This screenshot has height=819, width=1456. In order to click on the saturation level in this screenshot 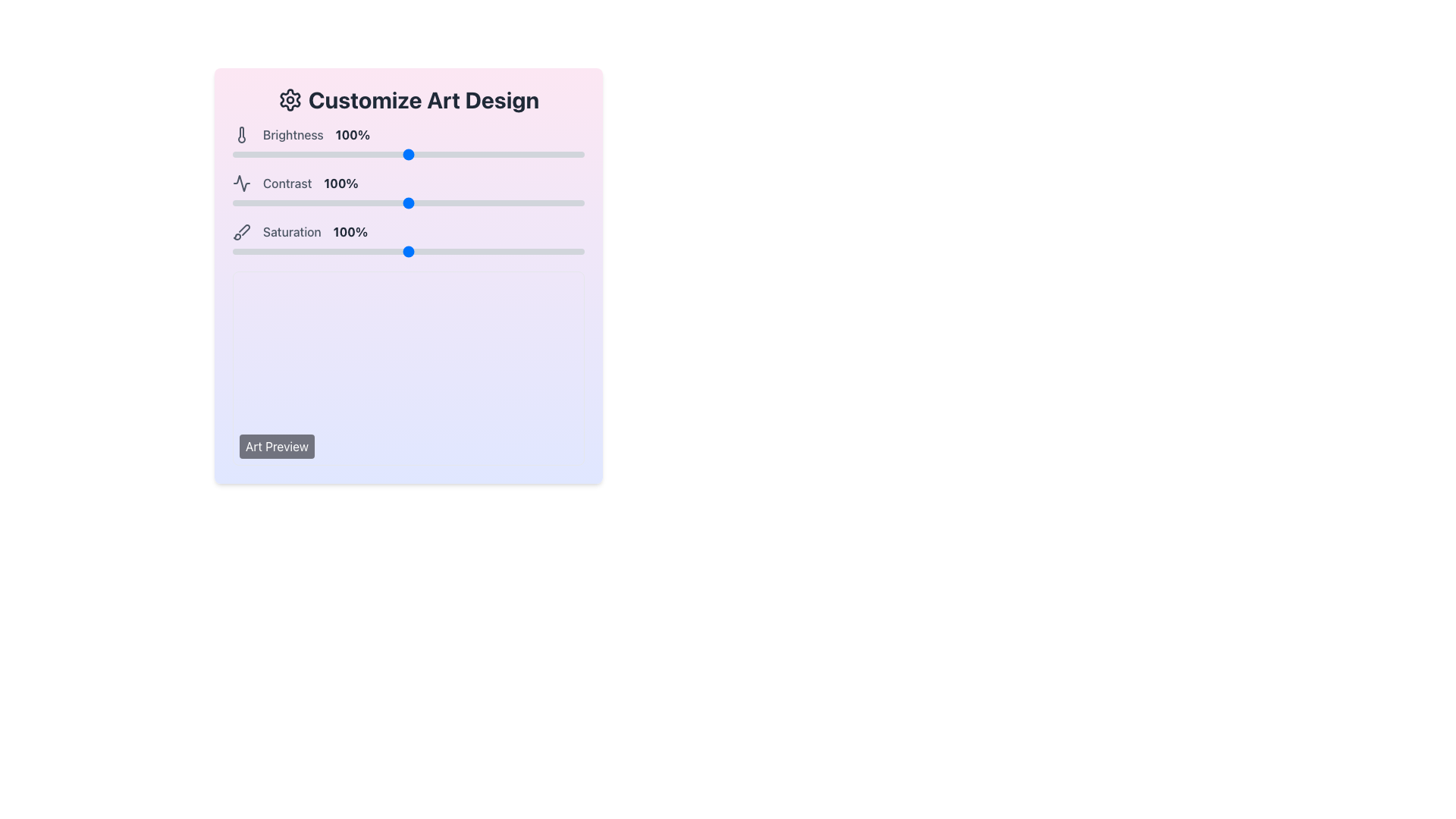, I will do `click(421, 250)`.